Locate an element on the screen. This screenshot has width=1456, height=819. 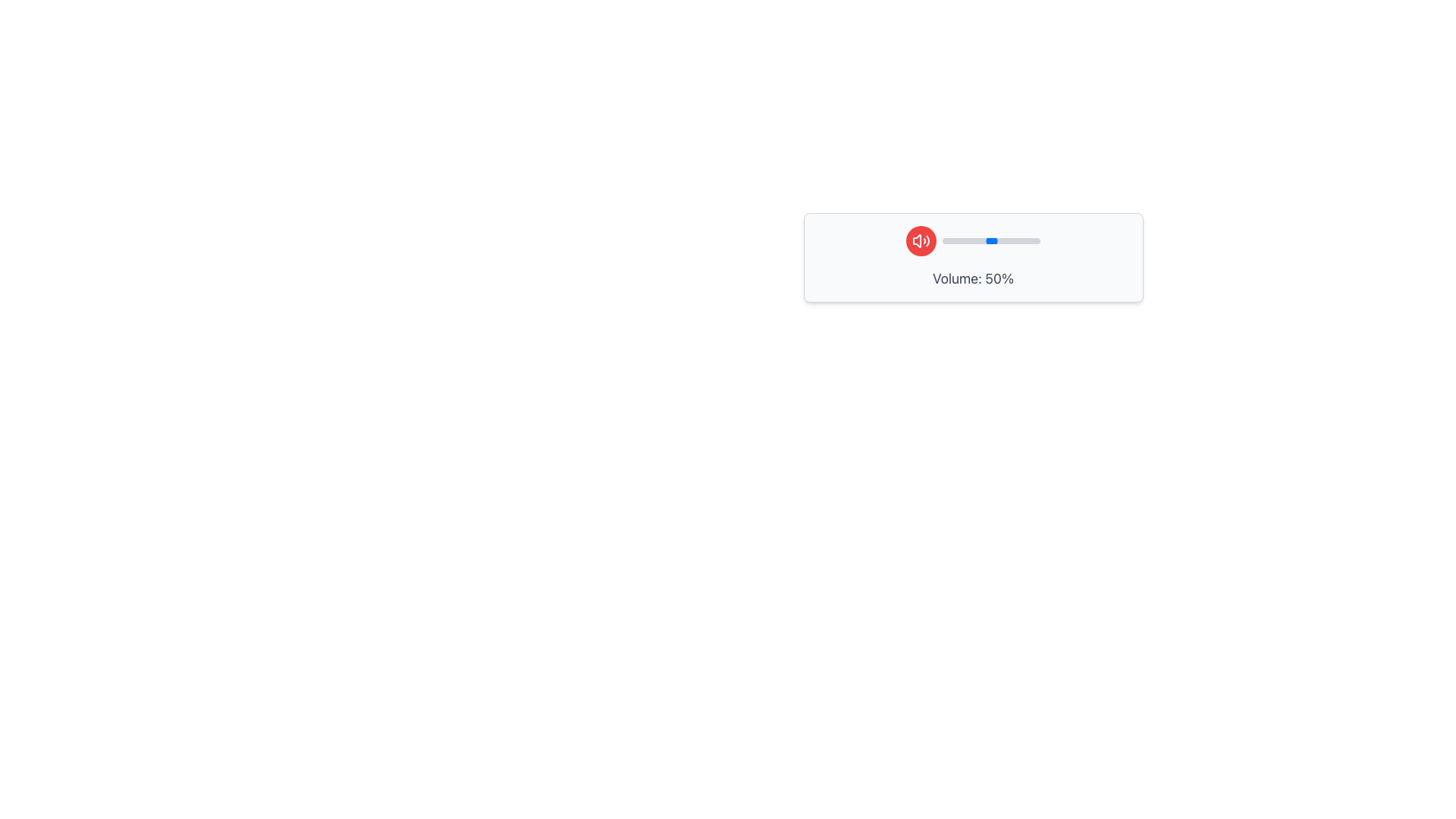
the volume control slider located to the left of the text 'Volume: 50%' is located at coordinates (973, 240).